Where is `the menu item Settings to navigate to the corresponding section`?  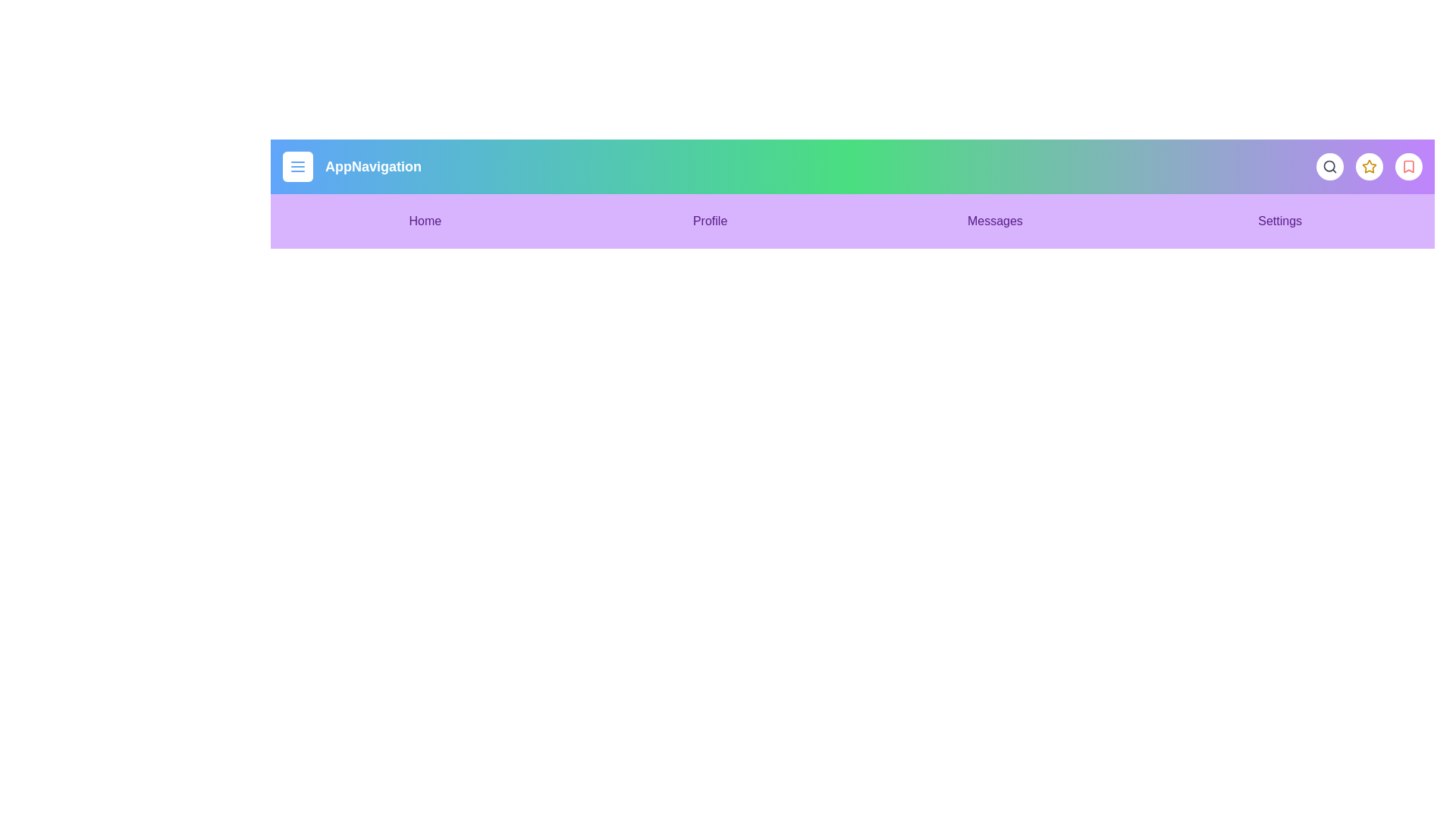
the menu item Settings to navigate to the corresponding section is located at coordinates (1279, 221).